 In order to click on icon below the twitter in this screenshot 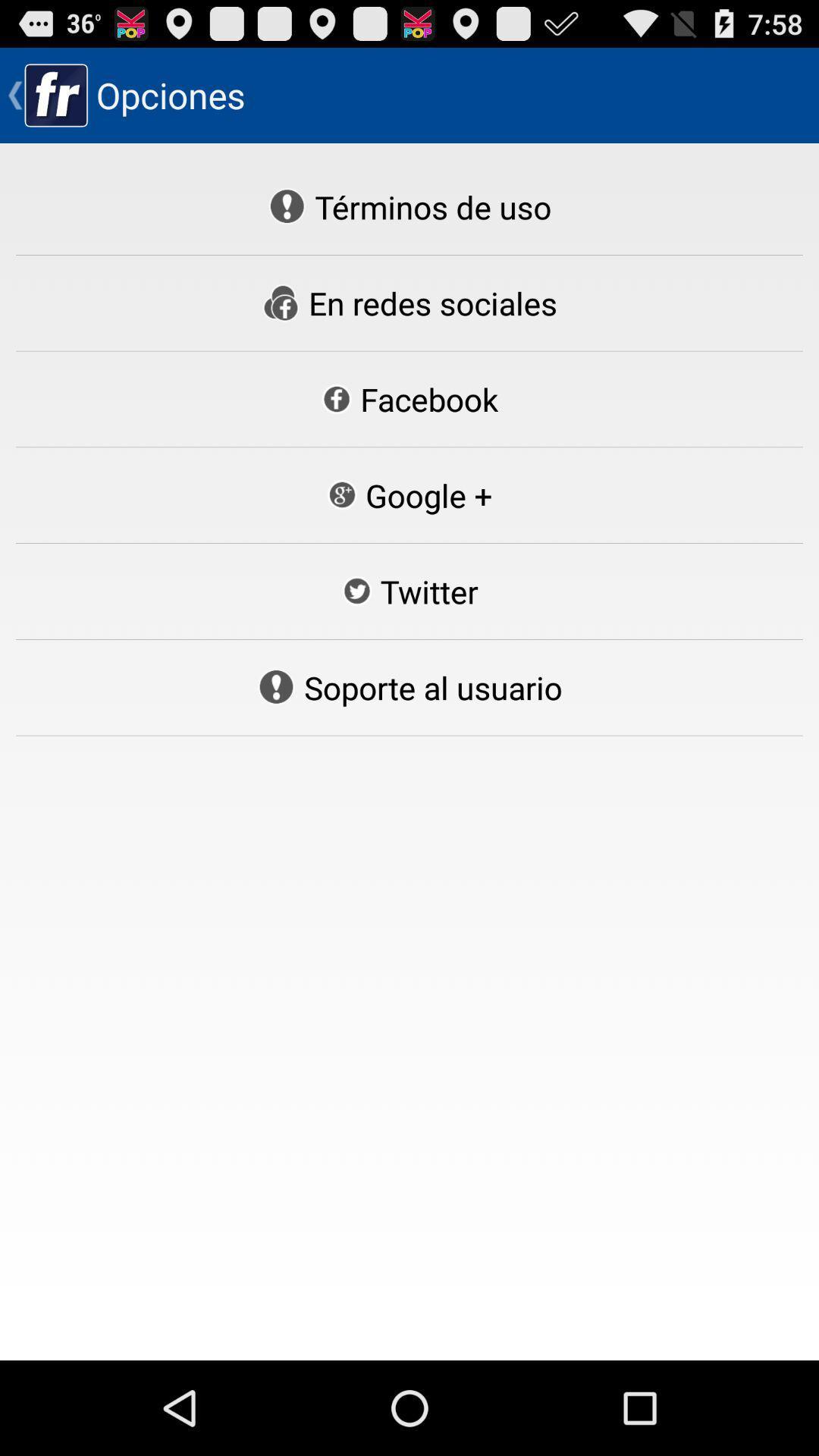, I will do `click(409, 686)`.